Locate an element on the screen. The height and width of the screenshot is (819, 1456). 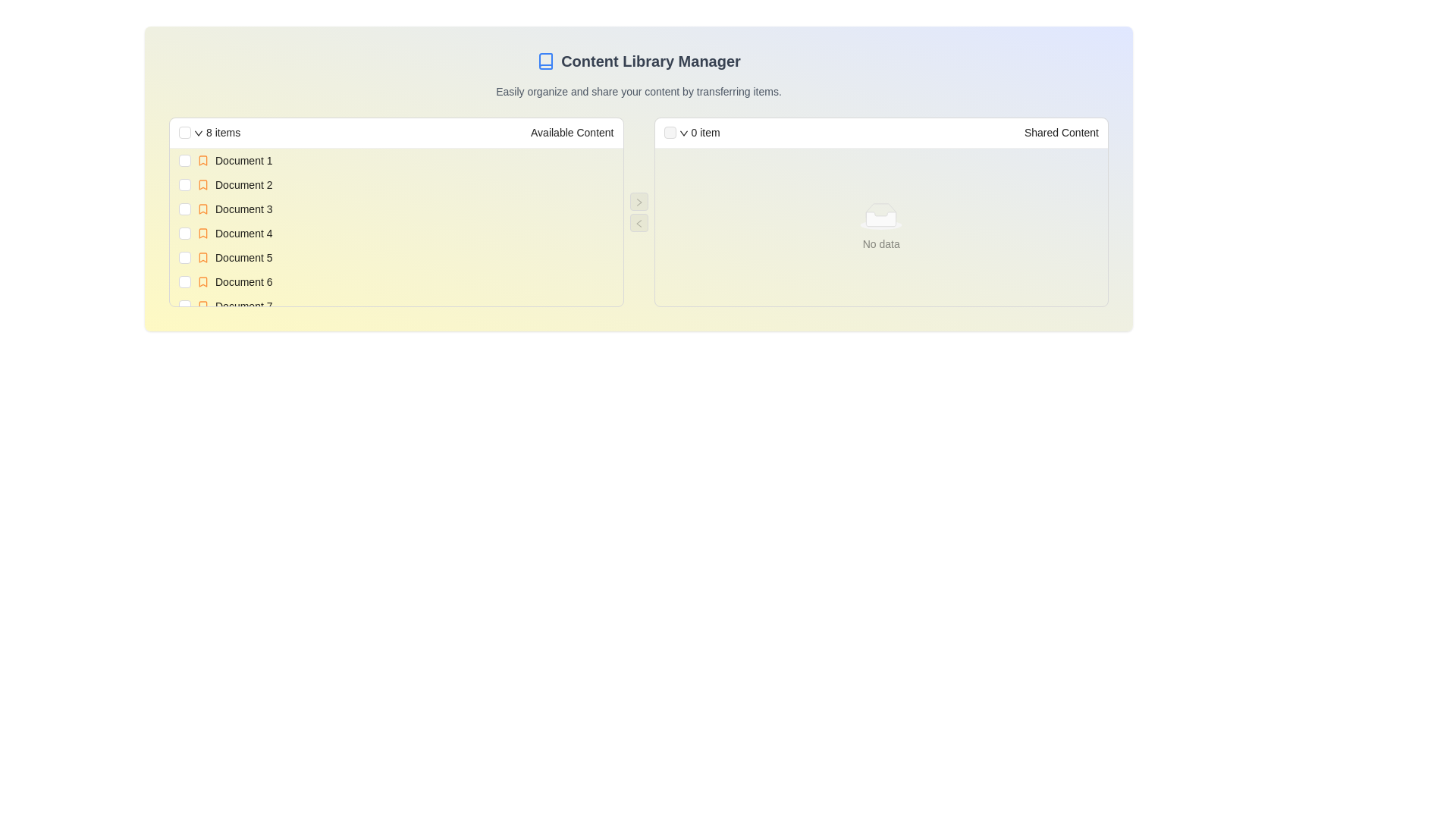
the checkbox associated with 'Document 6' in the 'Available Content' section is located at coordinates (184, 281).